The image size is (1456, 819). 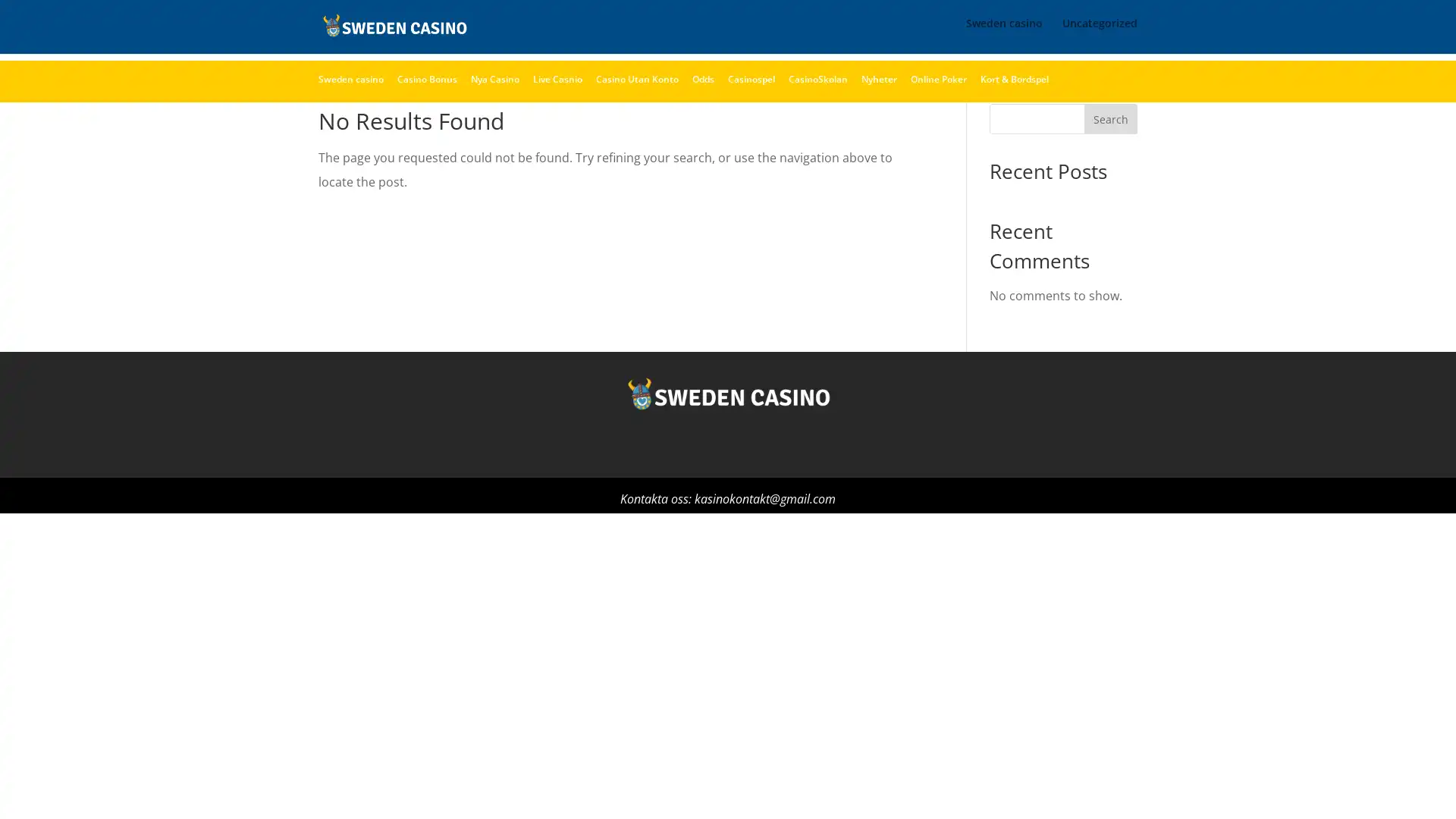 I want to click on Search, so click(x=1110, y=157).